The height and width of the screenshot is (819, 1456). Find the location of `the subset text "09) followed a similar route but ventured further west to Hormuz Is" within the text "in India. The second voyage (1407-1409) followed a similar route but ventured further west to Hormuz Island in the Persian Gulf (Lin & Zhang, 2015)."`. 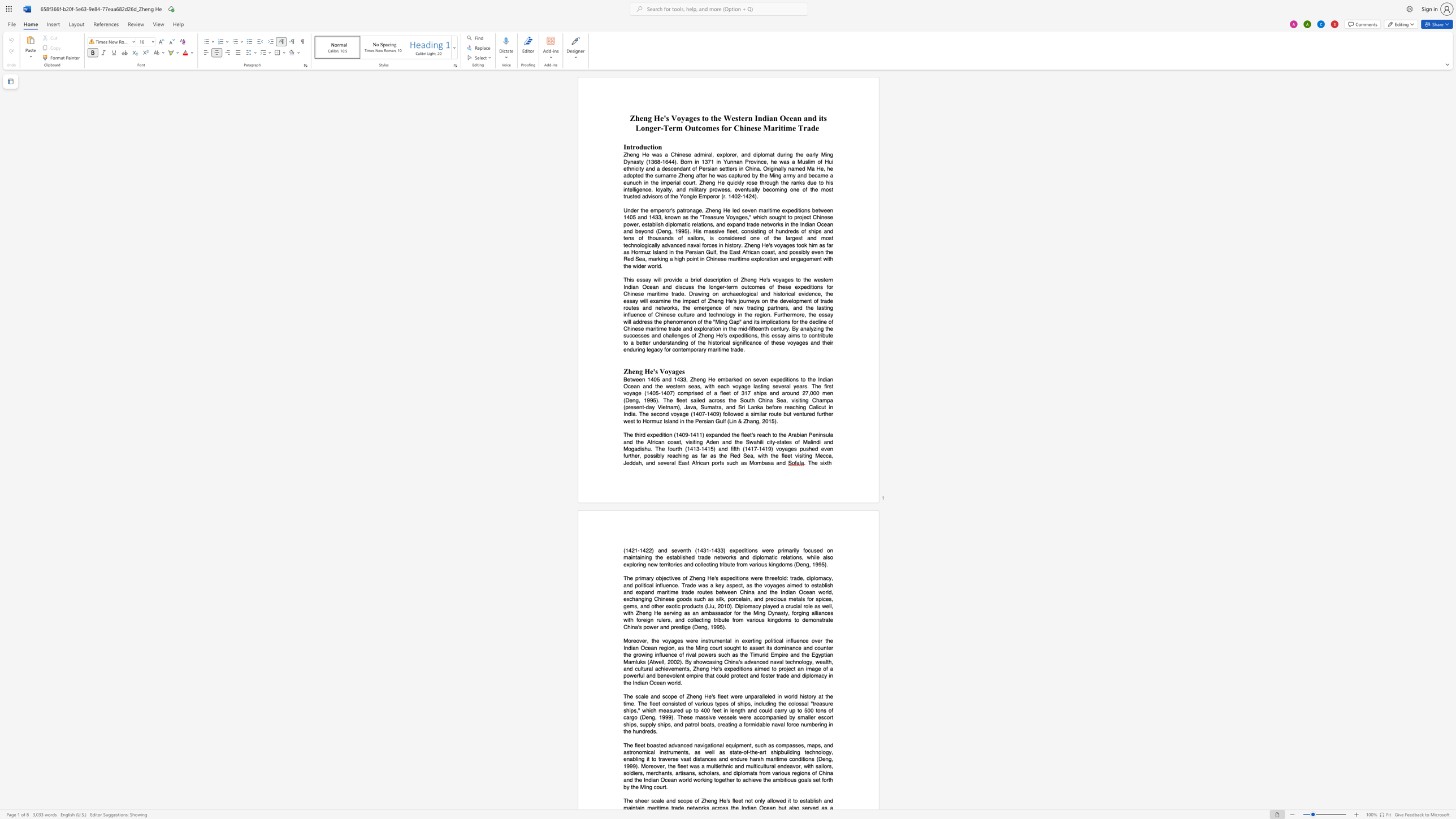

the subset text "09) followed a similar route but ventured further west to Hormuz Is" within the text "in India. The second voyage (1407-1409) followed a similar route but ventured further west to Hormuz Island in the Persian Gulf (Lin & Zhang, 2015)." is located at coordinates (712, 413).